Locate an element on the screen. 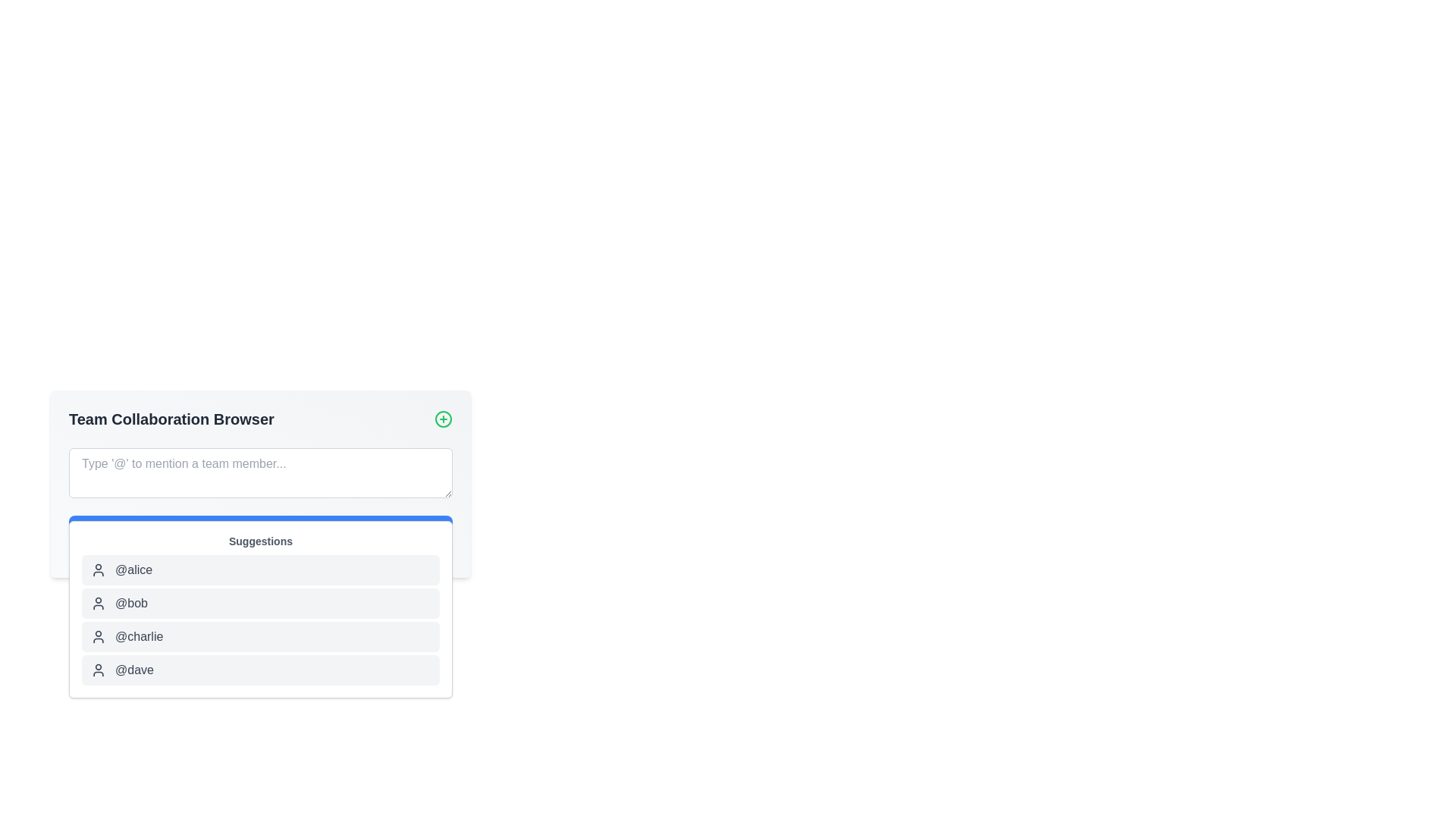  the second list item representing the user '@bob' is located at coordinates (261, 602).